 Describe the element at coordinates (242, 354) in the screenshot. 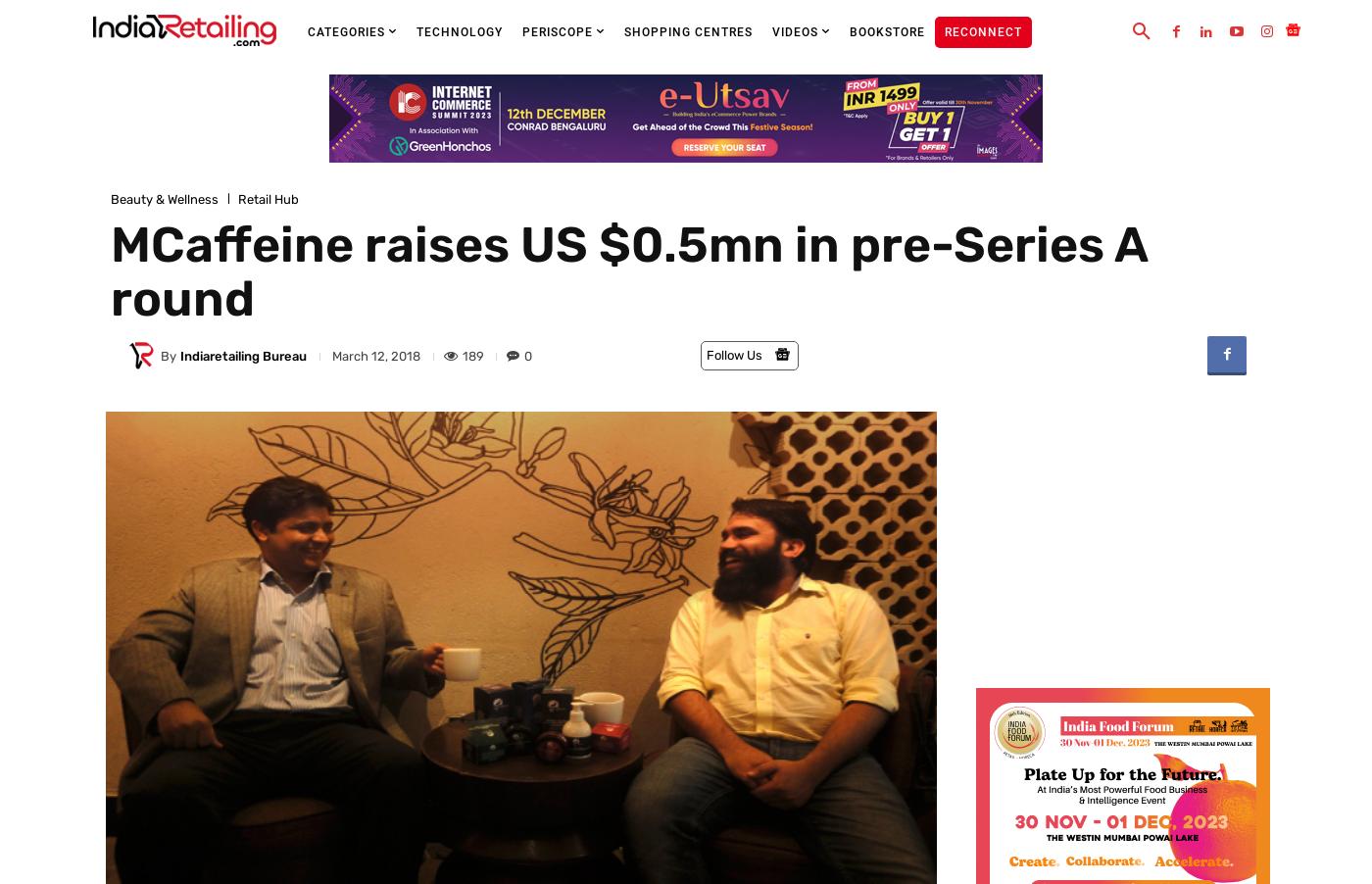

I see `'Indiaretailing Bureau'` at that location.